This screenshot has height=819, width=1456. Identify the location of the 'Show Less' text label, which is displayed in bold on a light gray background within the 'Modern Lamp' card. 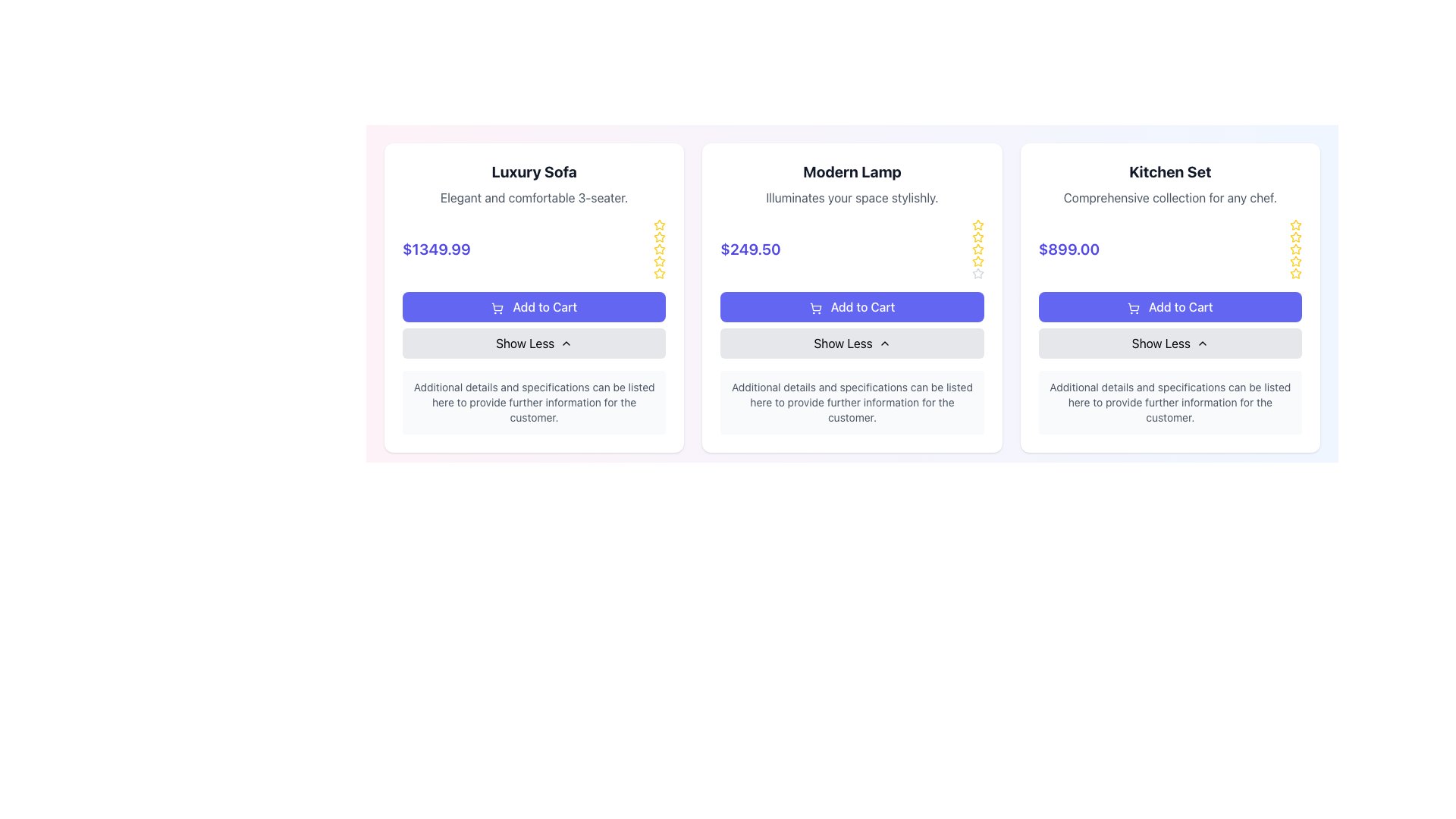
(843, 343).